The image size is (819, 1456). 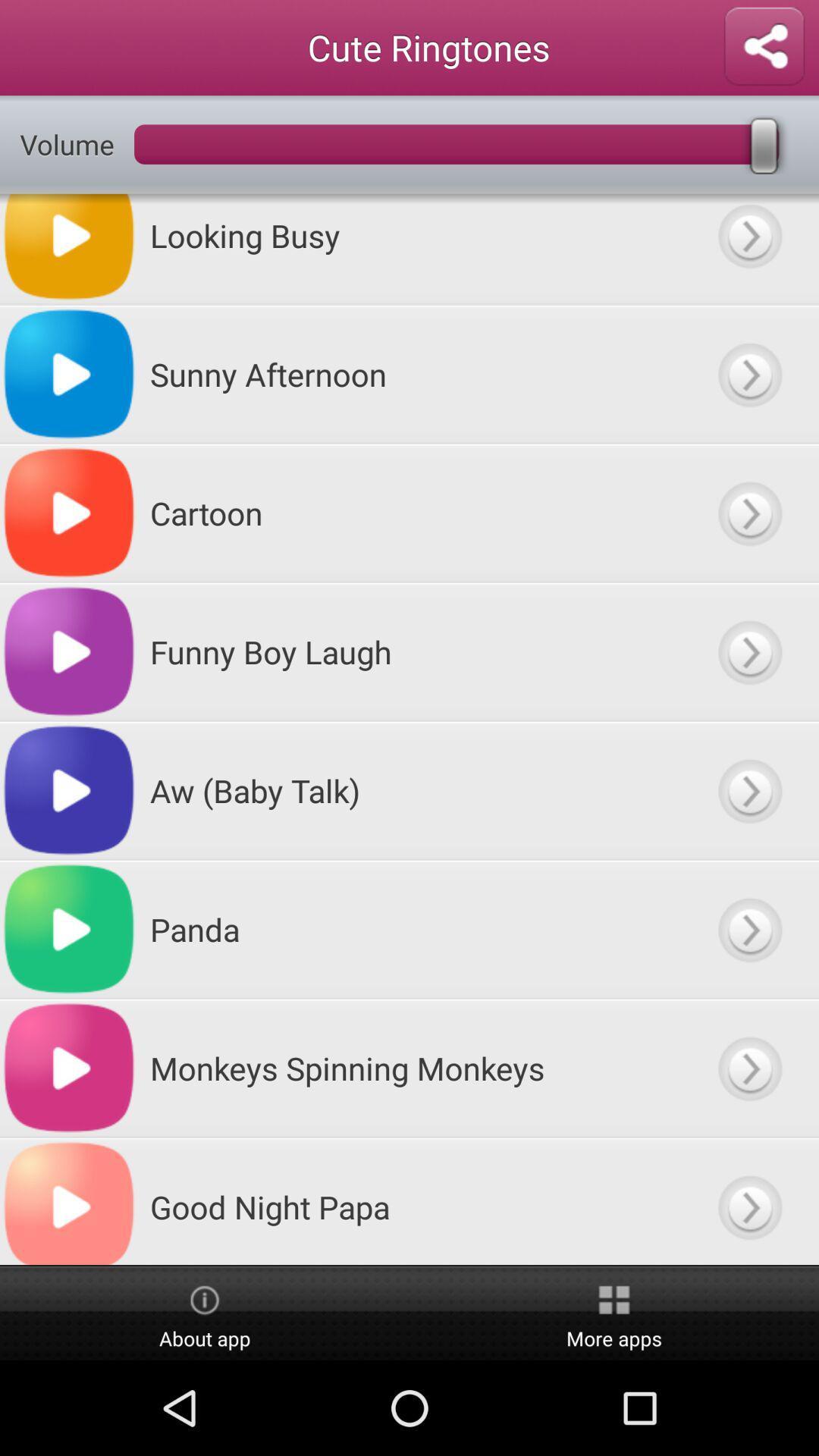 What do you see at coordinates (748, 513) in the screenshot?
I see `next user` at bounding box center [748, 513].